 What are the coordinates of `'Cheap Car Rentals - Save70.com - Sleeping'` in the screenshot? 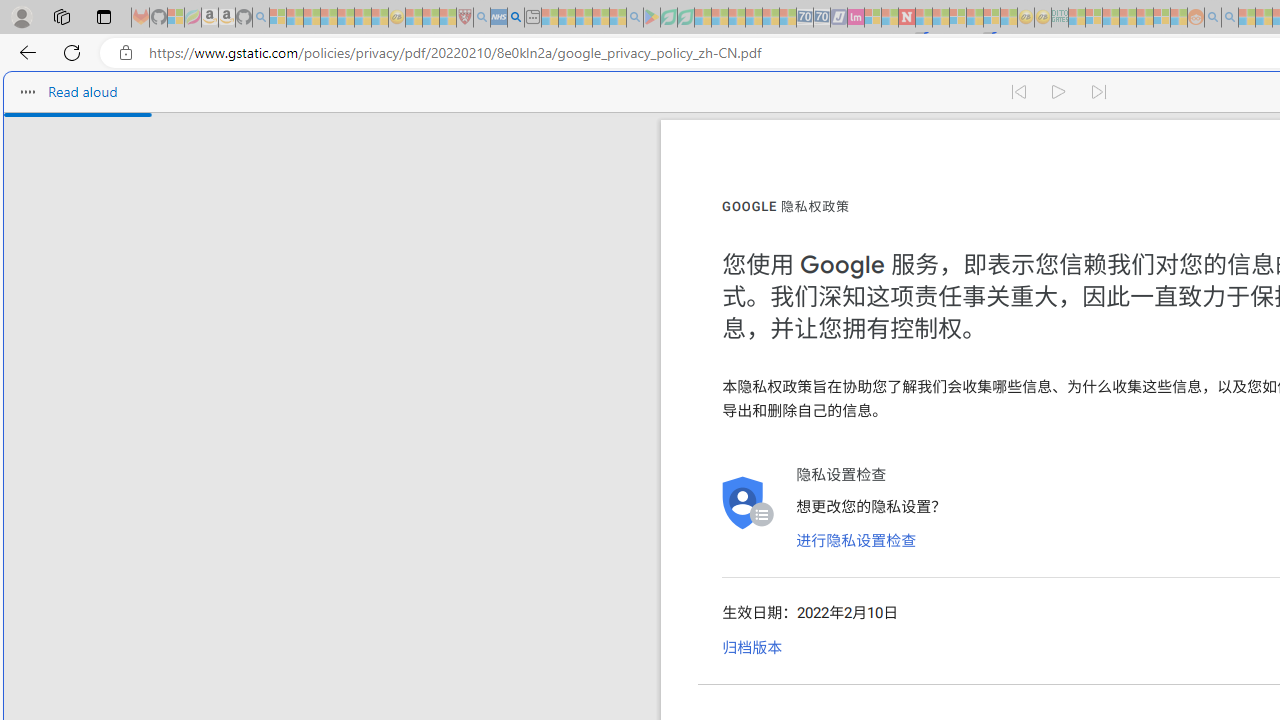 It's located at (805, 17).